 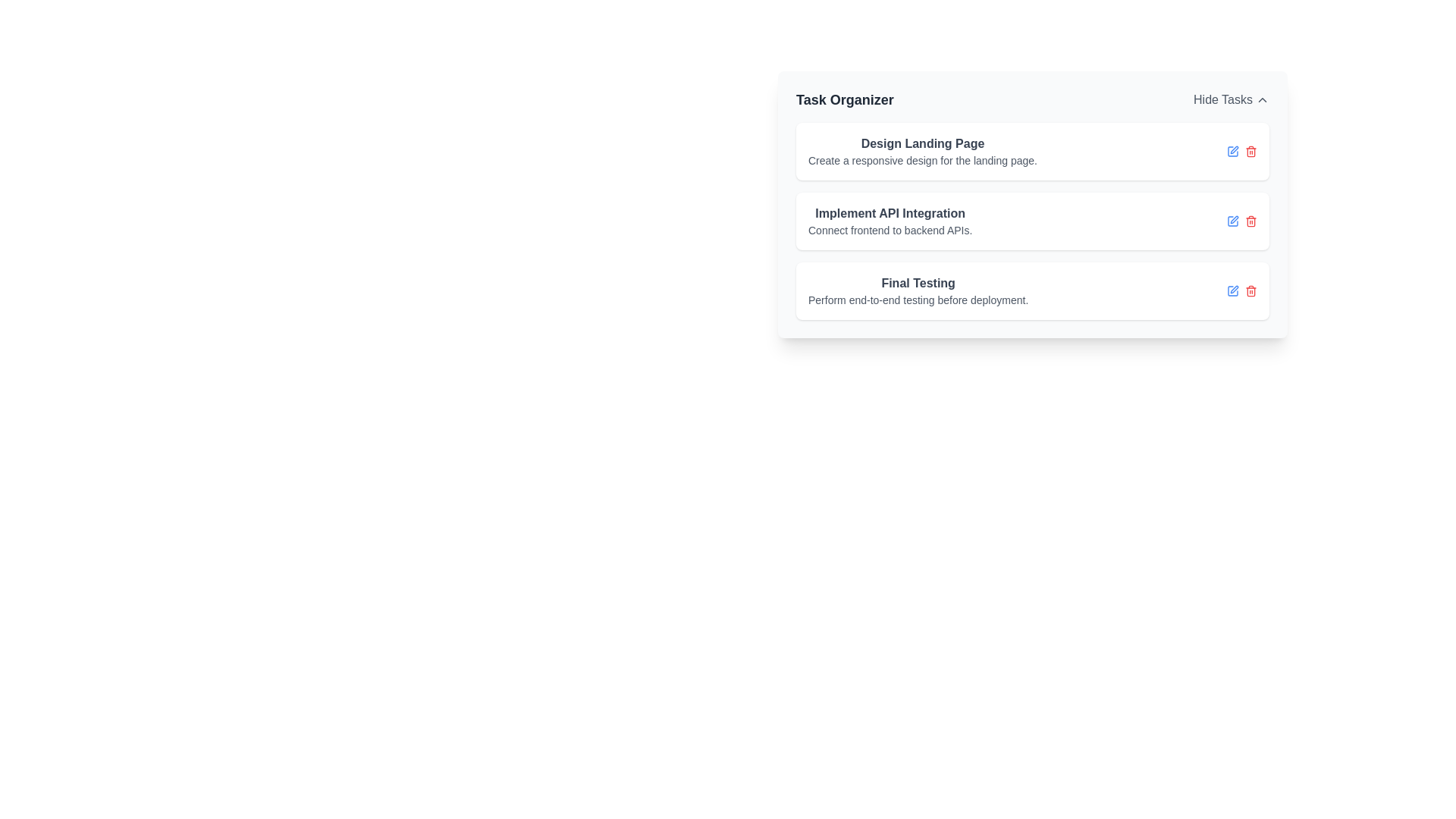 What do you see at coordinates (1233, 291) in the screenshot?
I see `the blue square-shaped pen icon representing the edit button located on the action bar of the 'Final Testing' task item in the 'Task Organizer' interface` at bounding box center [1233, 291].